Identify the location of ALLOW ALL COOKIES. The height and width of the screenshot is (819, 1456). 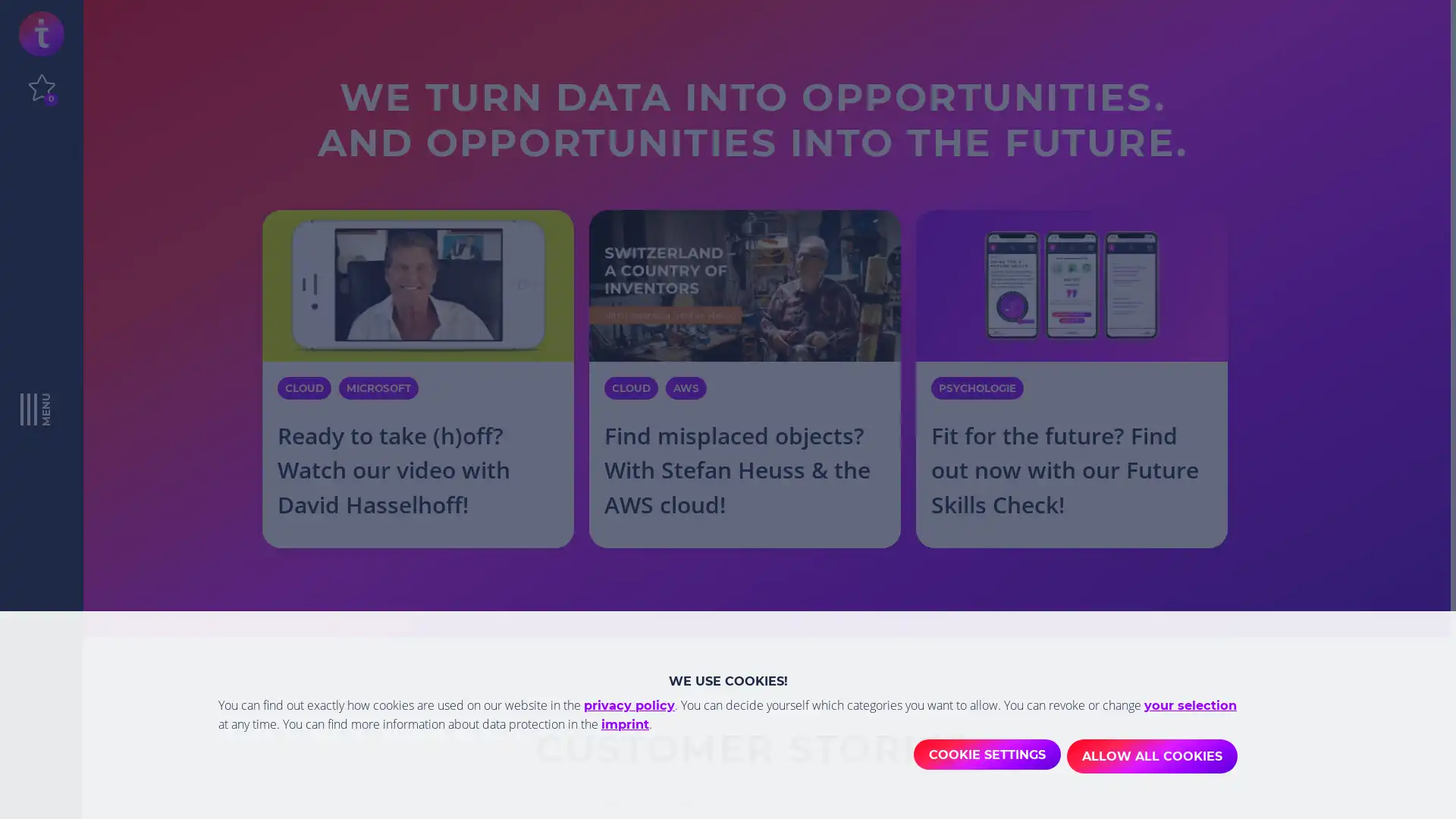
(1152, 758).